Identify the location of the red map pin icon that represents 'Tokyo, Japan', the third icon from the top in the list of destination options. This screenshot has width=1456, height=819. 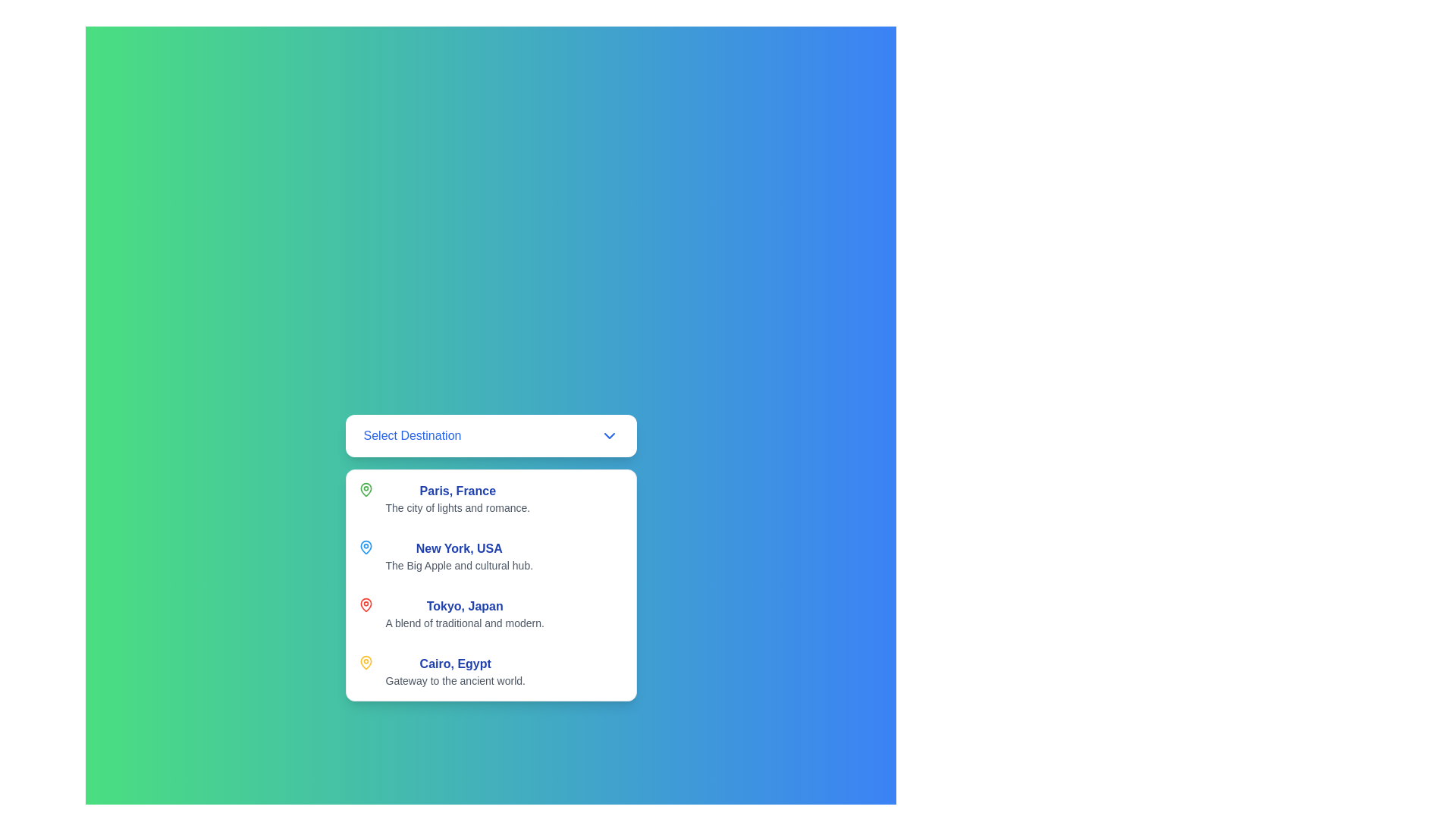
(366, 604).